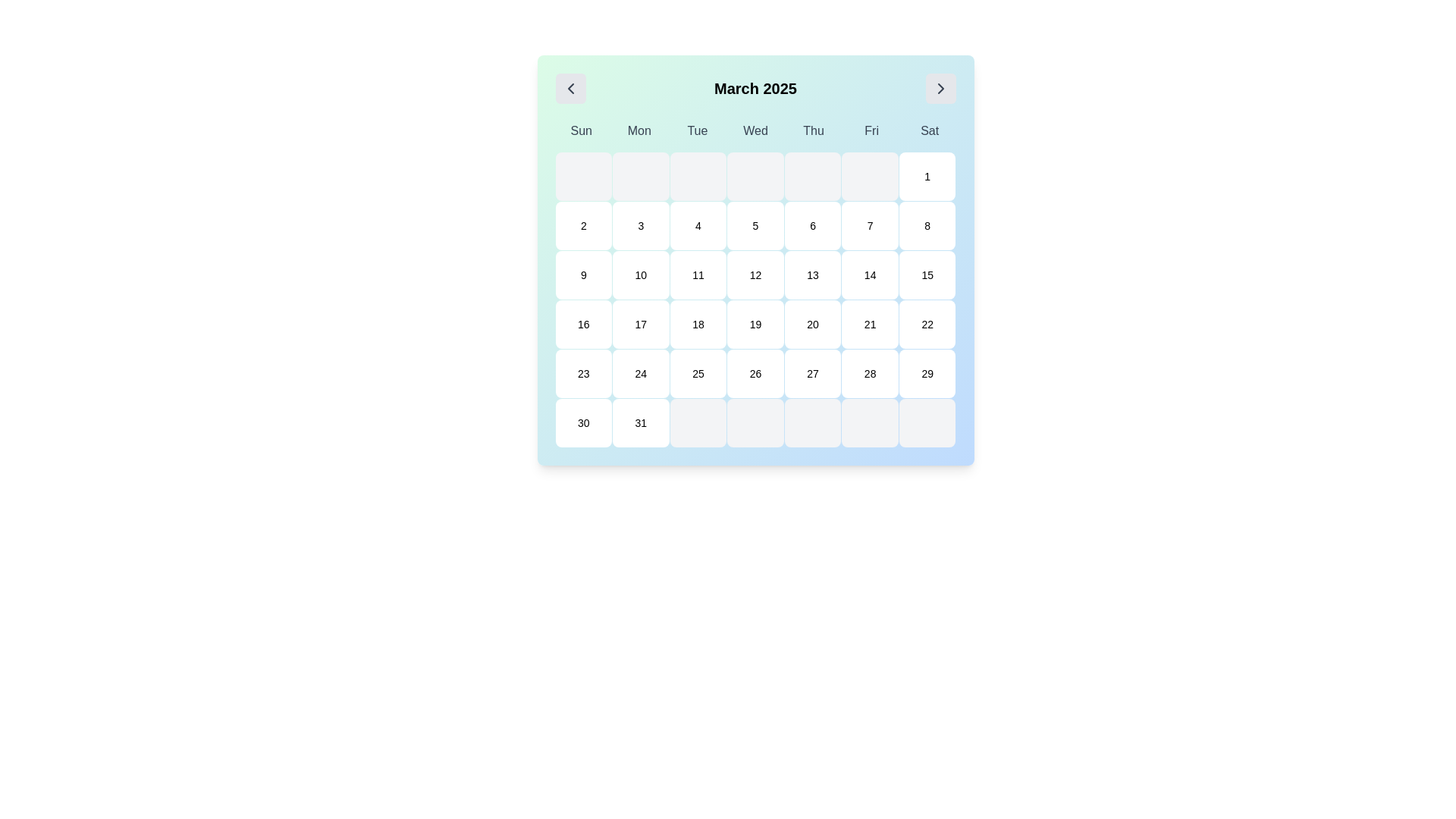  What do you see at coordinates (641, 275) in the screenshot?
I see `the square button with a white background and rounded corners that displays the text '10' in black, located in the second column of the second row of the calendar grid` at bounding box center [641, 275].